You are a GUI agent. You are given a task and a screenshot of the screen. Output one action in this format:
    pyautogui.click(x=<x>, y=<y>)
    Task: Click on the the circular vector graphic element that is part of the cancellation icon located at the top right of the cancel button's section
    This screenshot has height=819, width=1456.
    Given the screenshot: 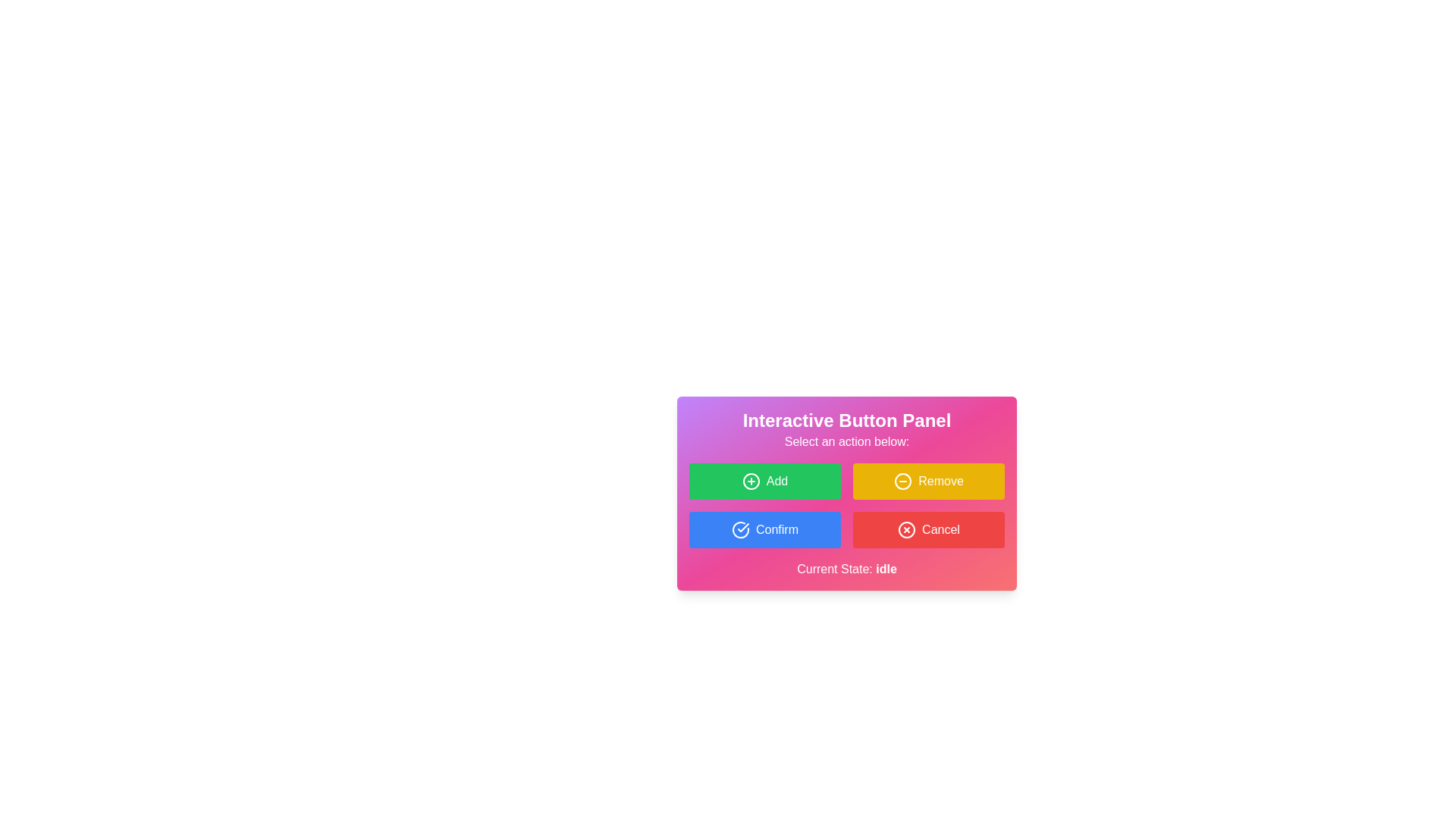 What is the action you would take?
    pyautogui.click(x=907, y=529)
    